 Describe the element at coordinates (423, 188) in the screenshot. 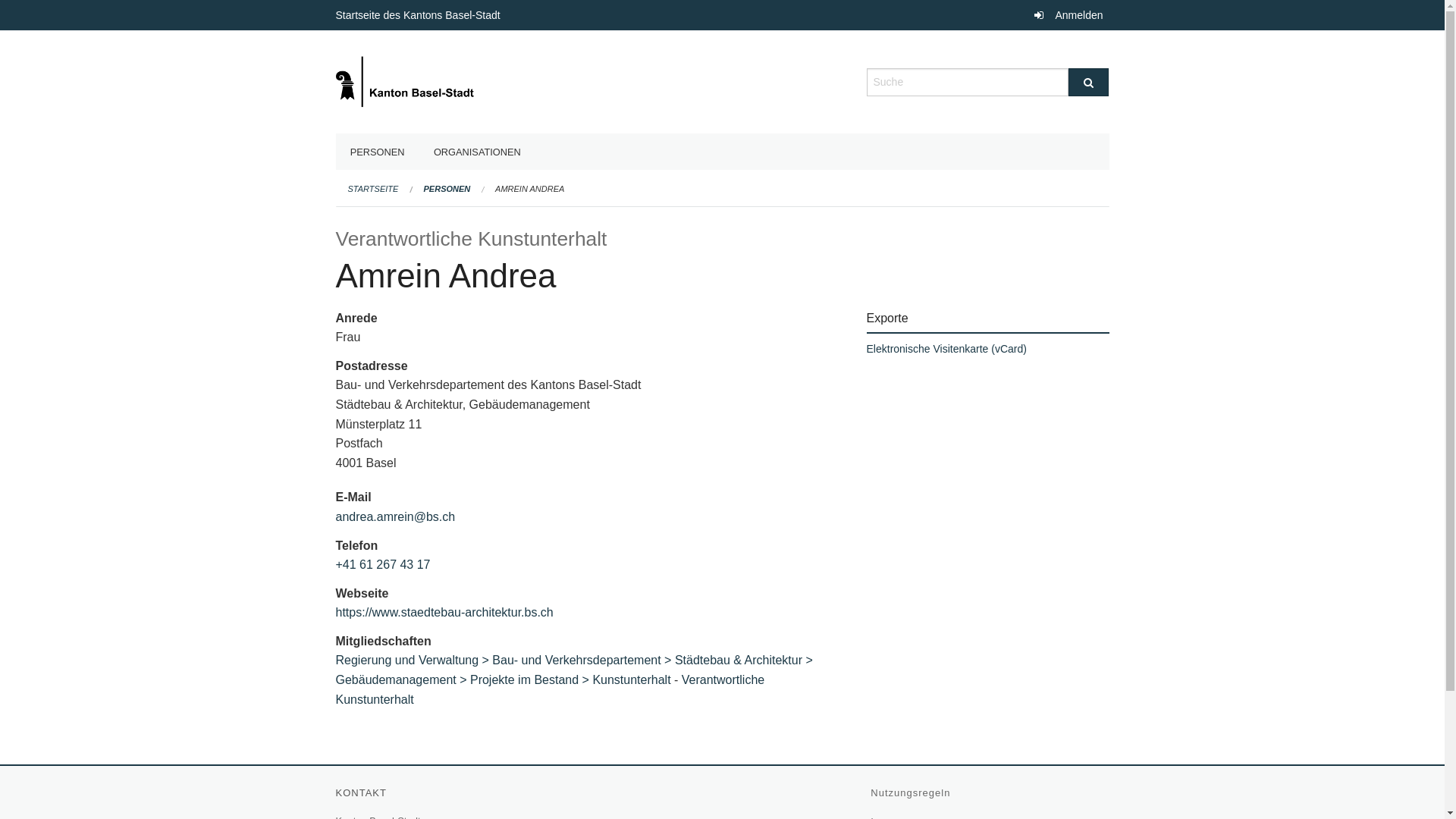

I see `'PERSONEN'` at that location.